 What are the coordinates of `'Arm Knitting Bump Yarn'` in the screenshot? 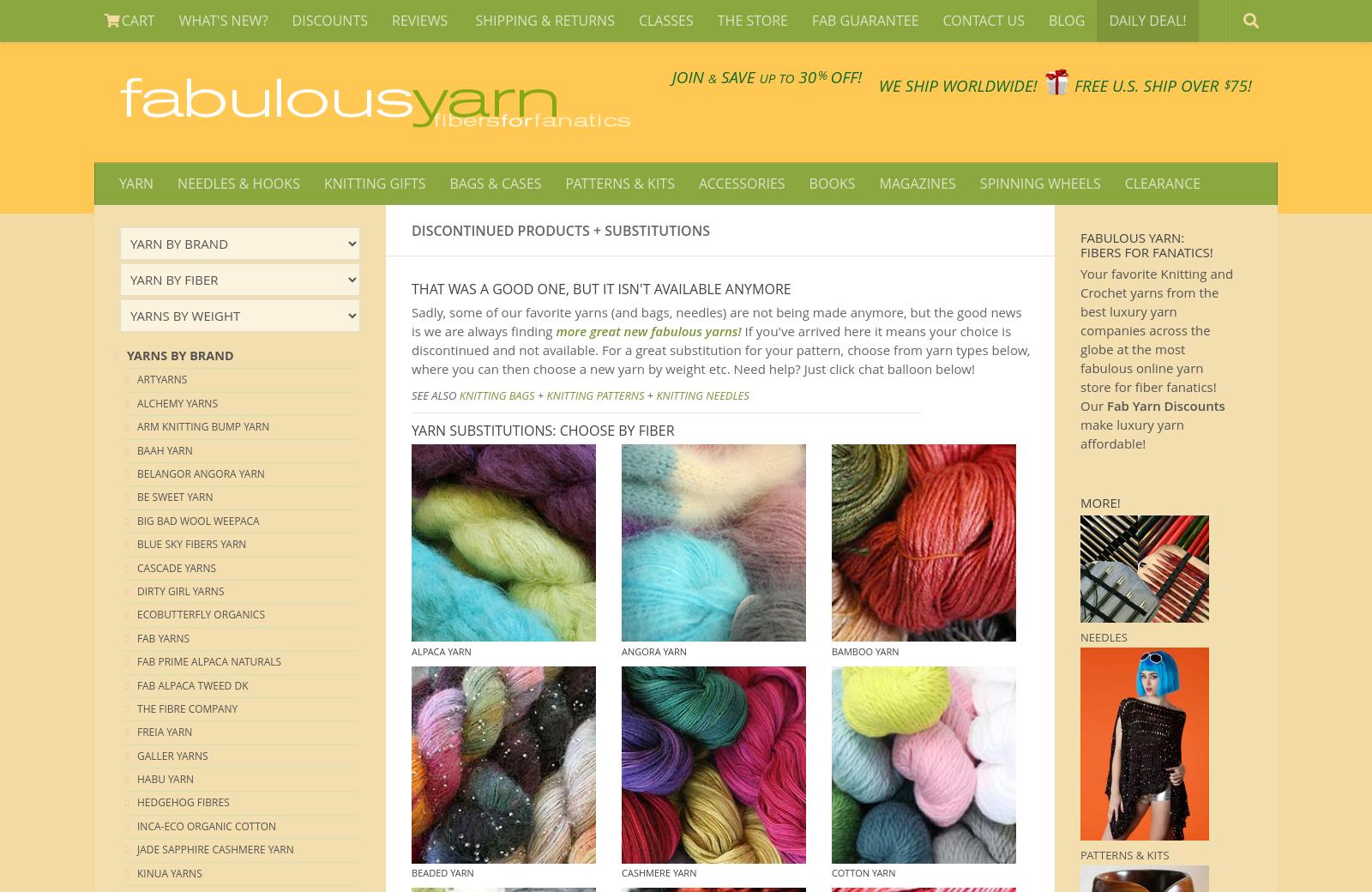 It's located at (202, 426).